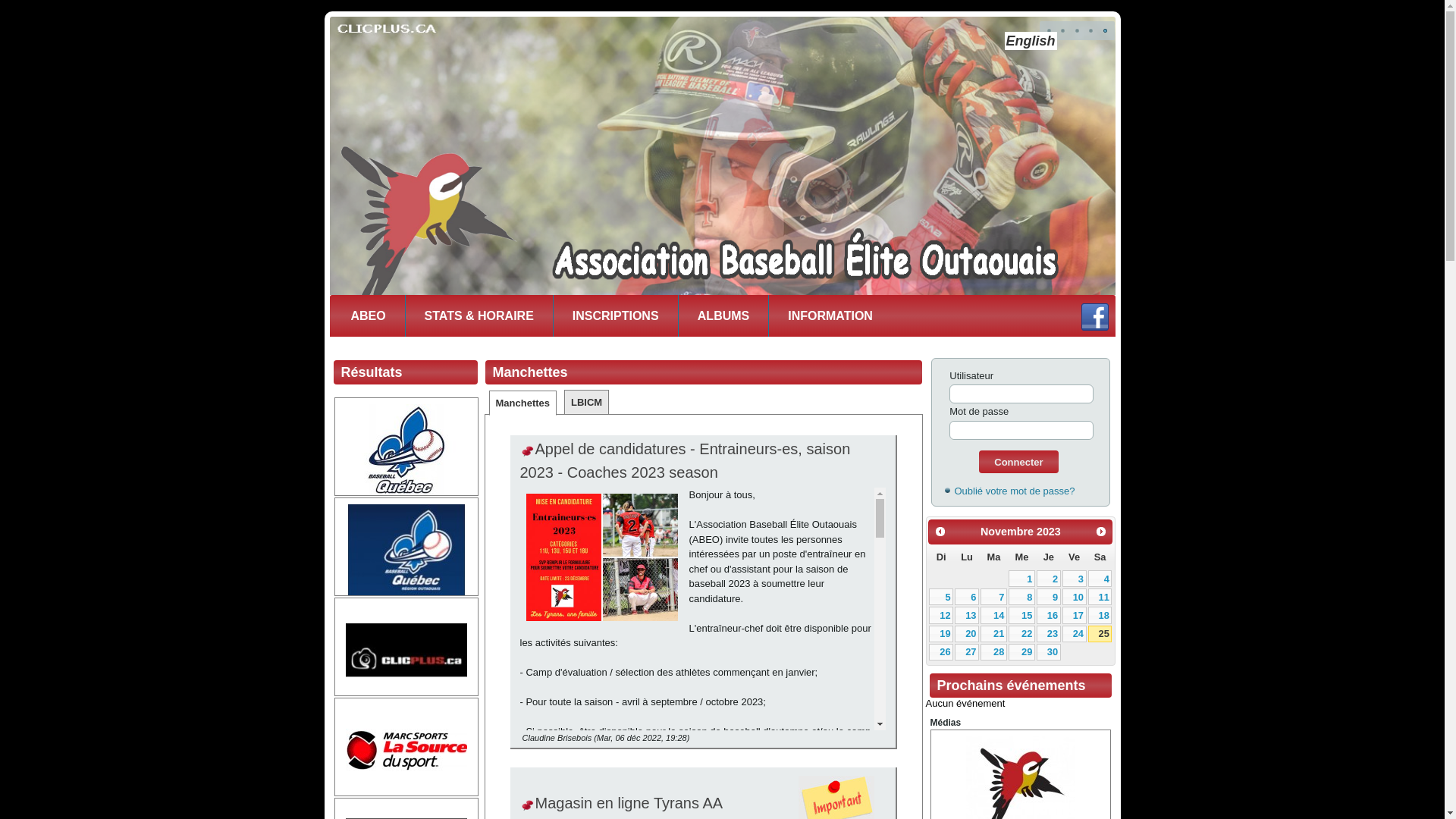  Describe the element at coordinates (477, 315) in the screenshot. I see `'STATS & HORAIRE'` at that location.